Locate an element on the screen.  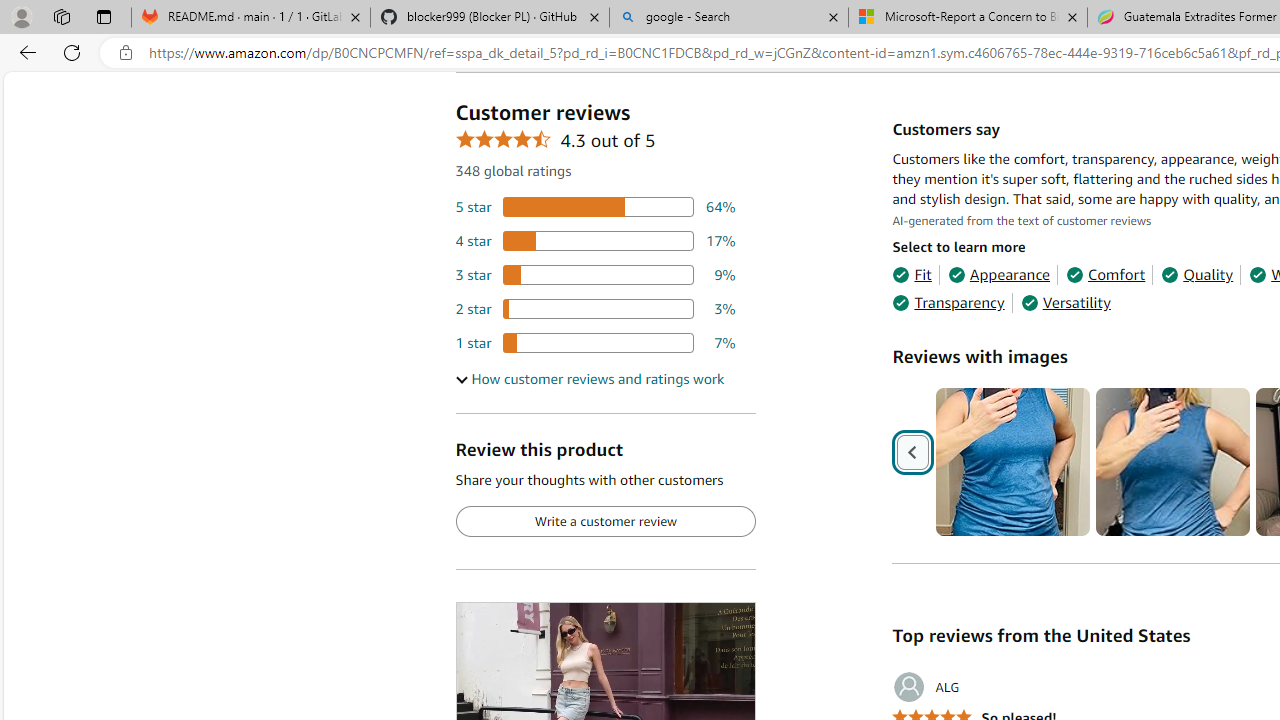
'ALG' is located at coordinates (925, 686).